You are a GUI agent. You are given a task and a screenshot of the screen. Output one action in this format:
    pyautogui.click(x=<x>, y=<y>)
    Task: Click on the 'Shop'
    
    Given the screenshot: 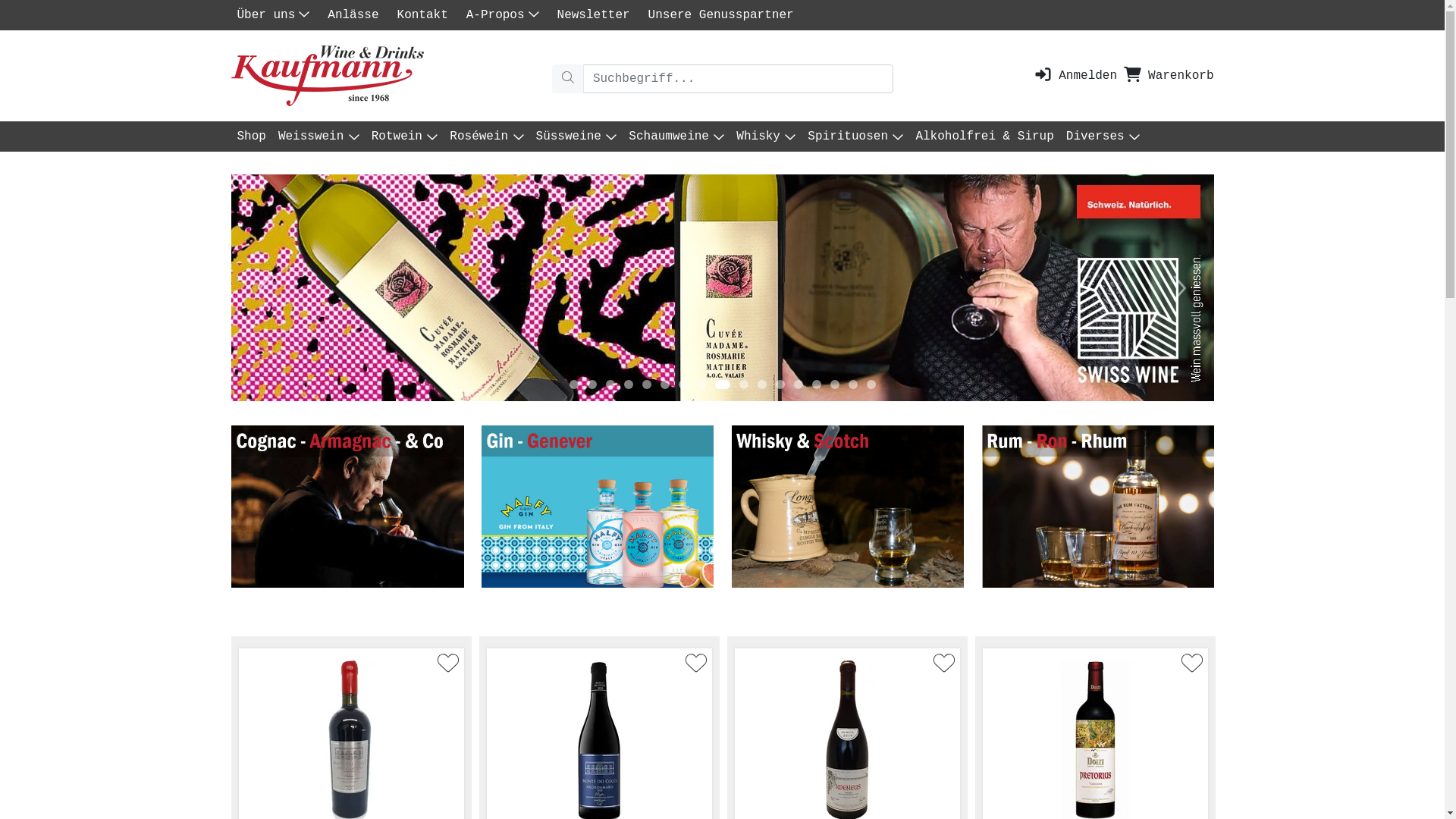 What is the action you would take?
    pyautogui.click(x=229, y=136)
    